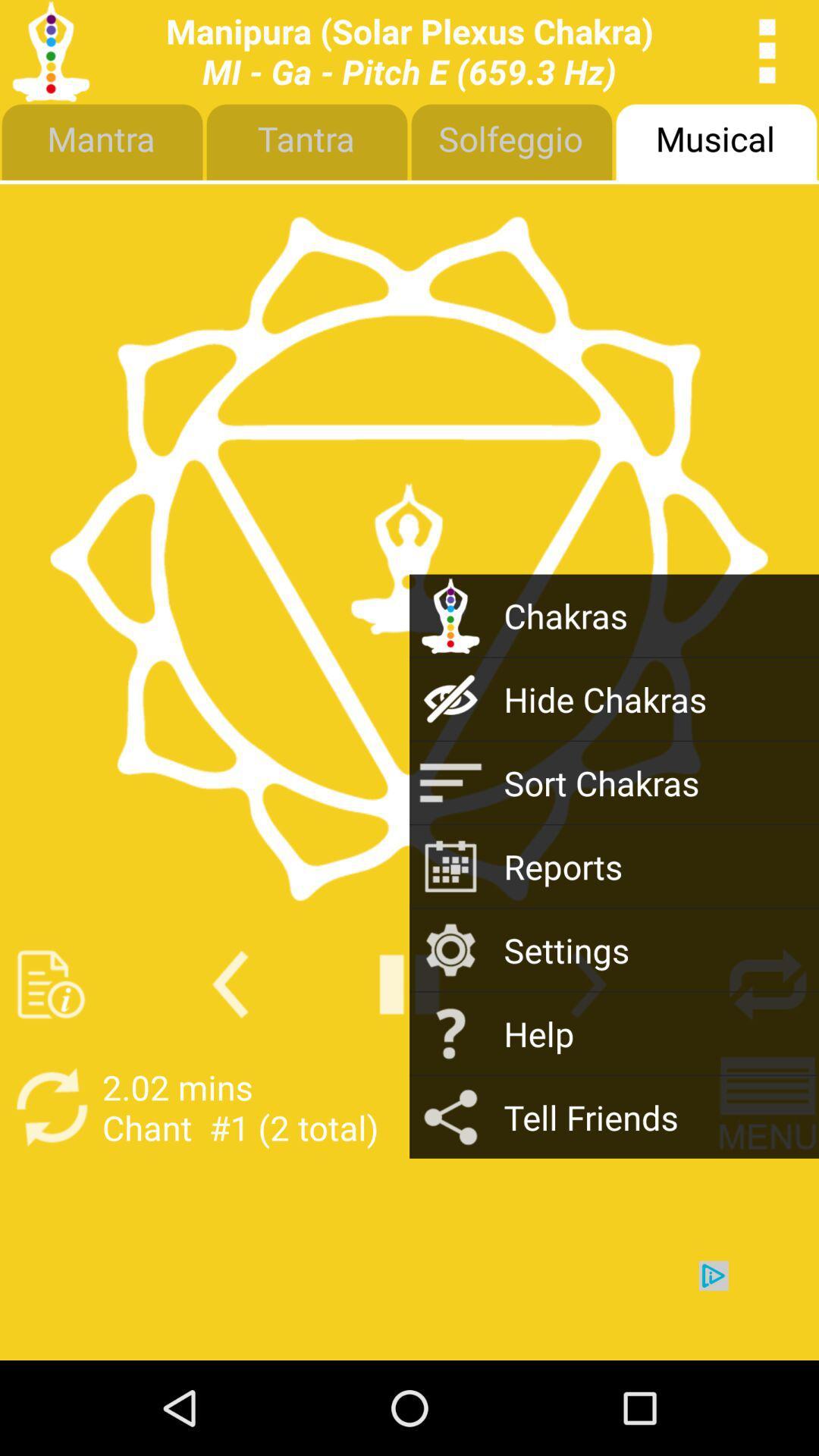  I want to click on the refresh icon, so click(50, 1184).